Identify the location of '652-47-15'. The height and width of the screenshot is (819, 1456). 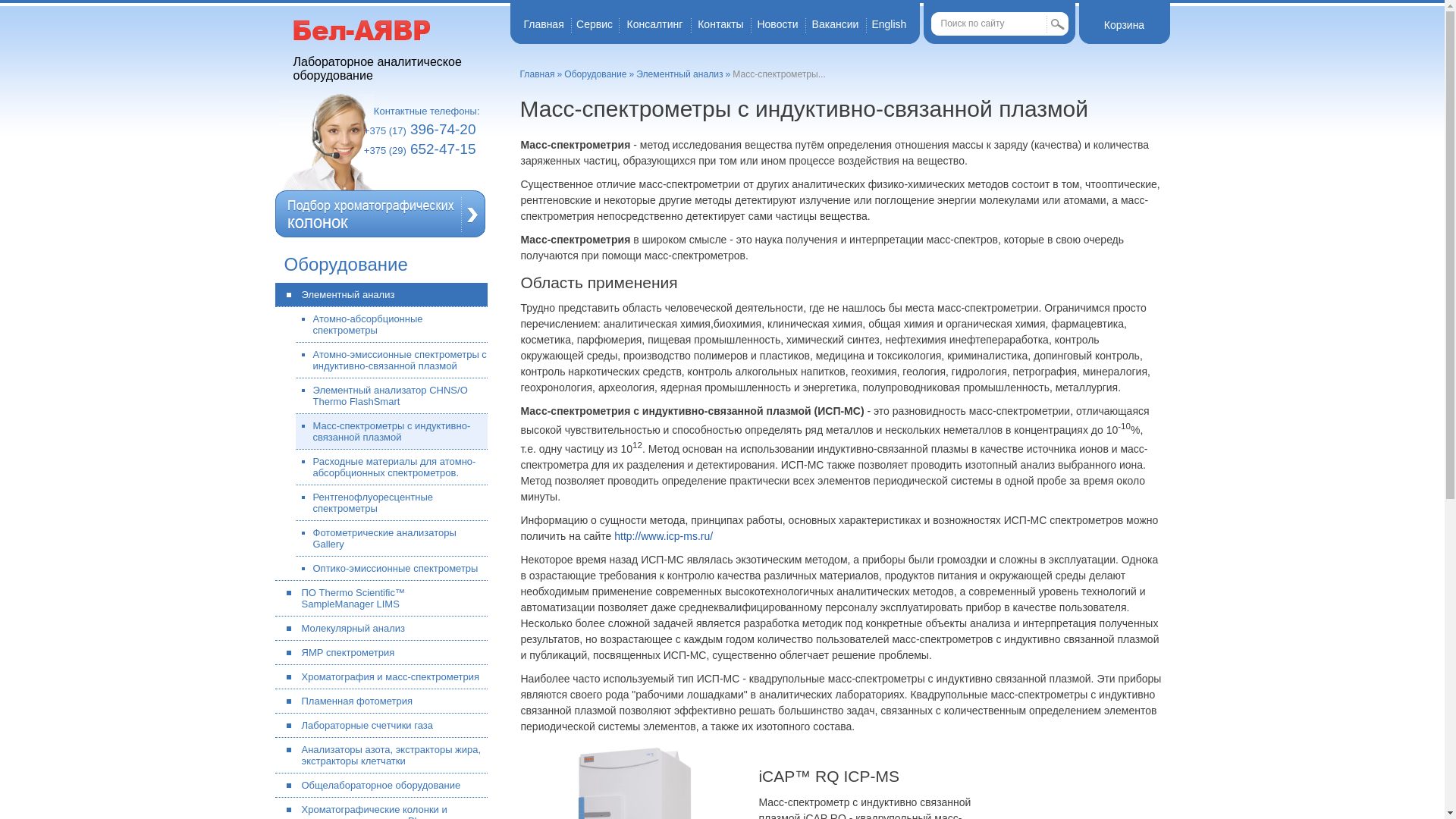
(410, 149).